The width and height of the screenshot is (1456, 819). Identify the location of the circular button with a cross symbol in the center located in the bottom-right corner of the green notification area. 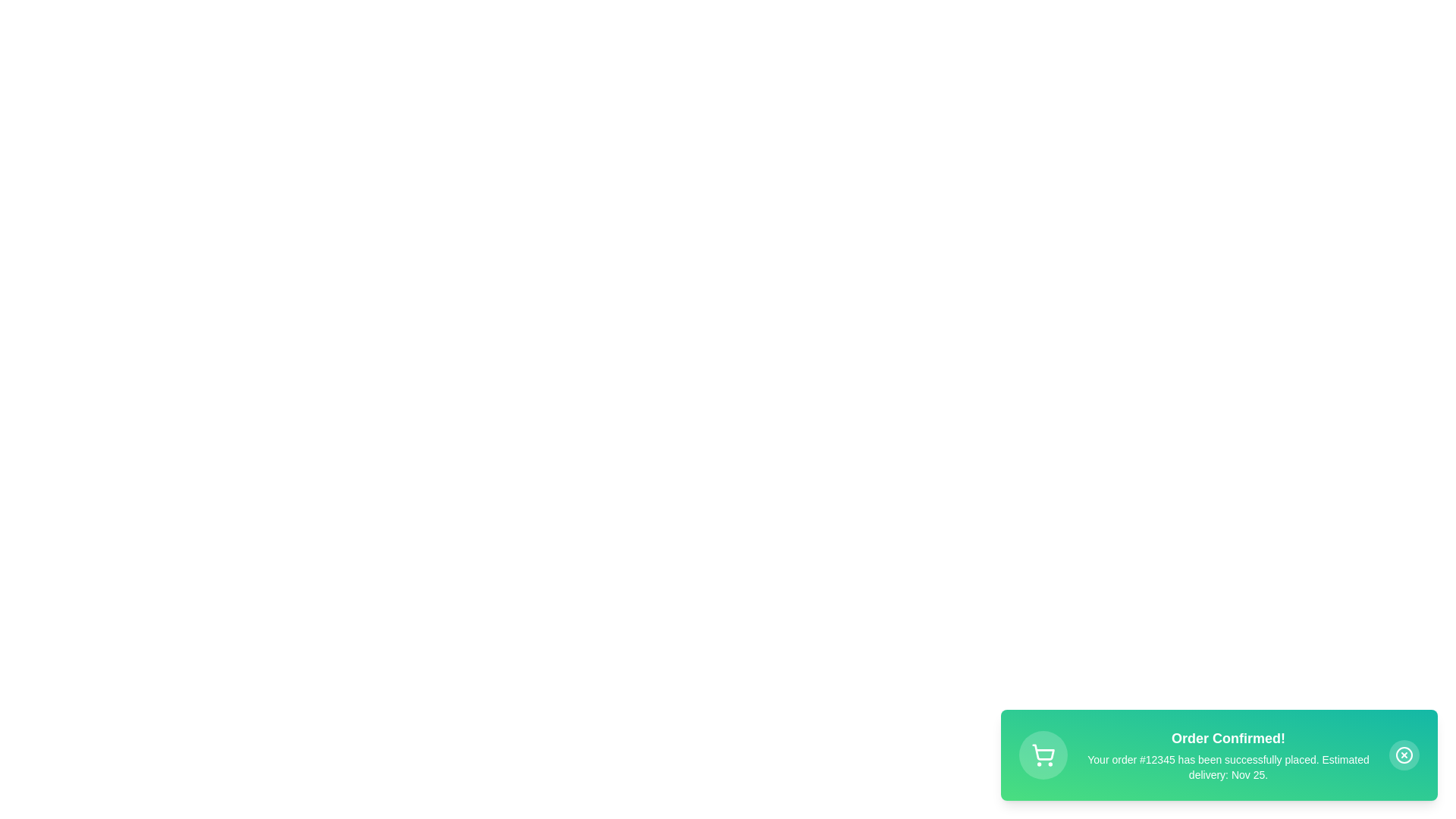
(1404, 755).